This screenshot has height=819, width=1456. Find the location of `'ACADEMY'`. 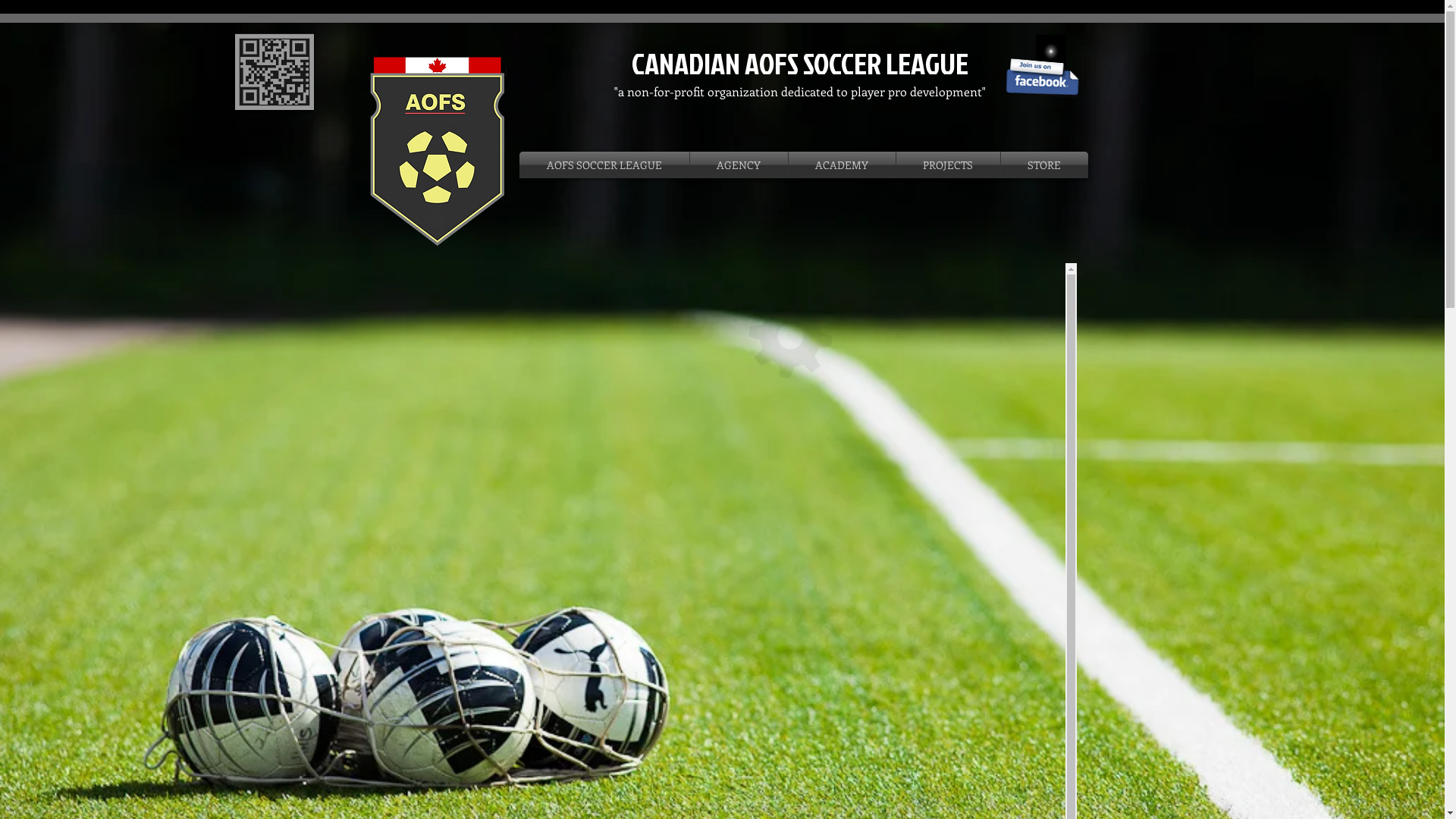

'ACADEMY' is located at coordinates (841, 165).